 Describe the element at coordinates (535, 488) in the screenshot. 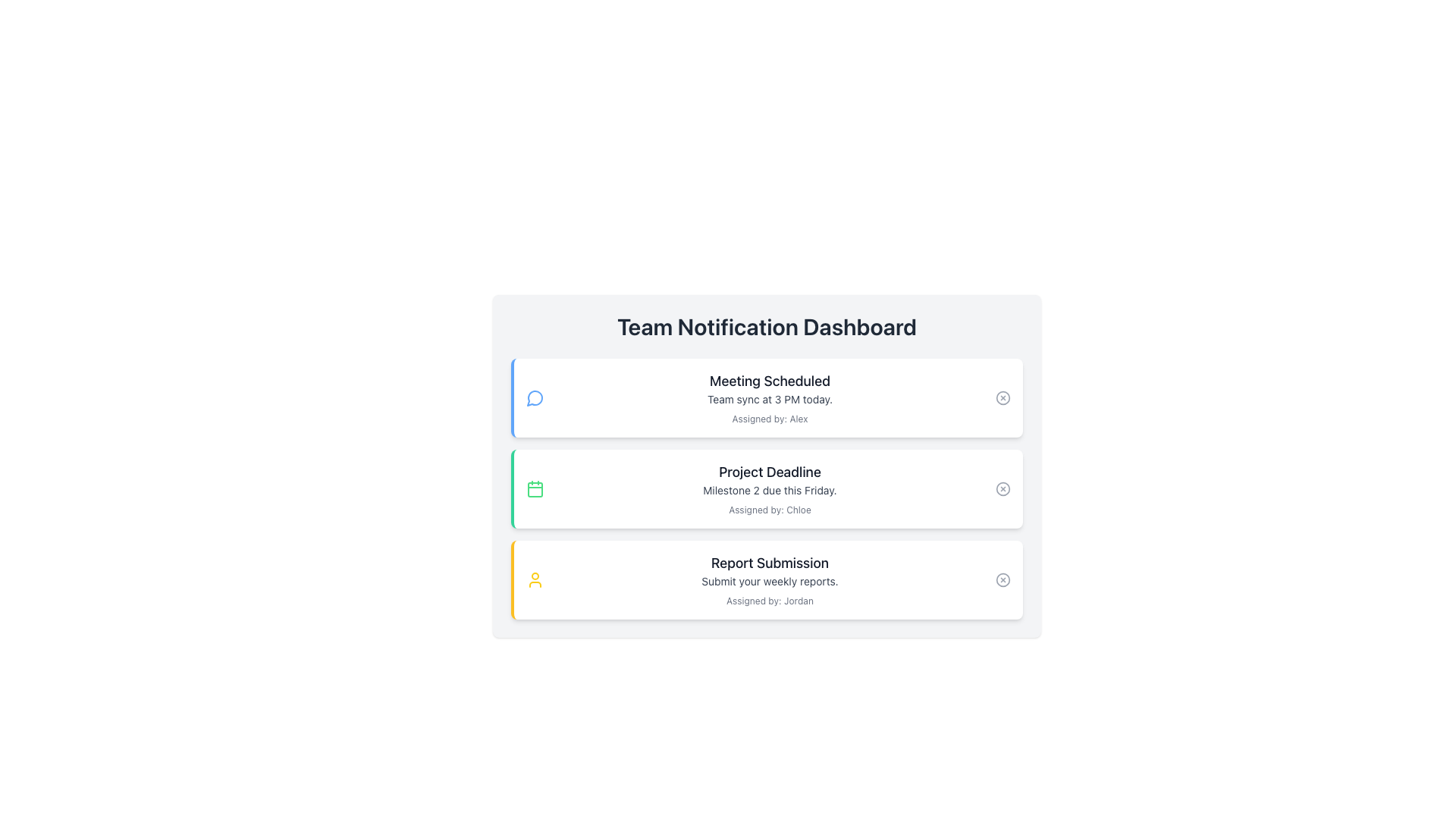

I see `the 'Project Deadline' notification icon located at the leftmost side of the notification panel, which is aligned vertically with the text content` at that location.